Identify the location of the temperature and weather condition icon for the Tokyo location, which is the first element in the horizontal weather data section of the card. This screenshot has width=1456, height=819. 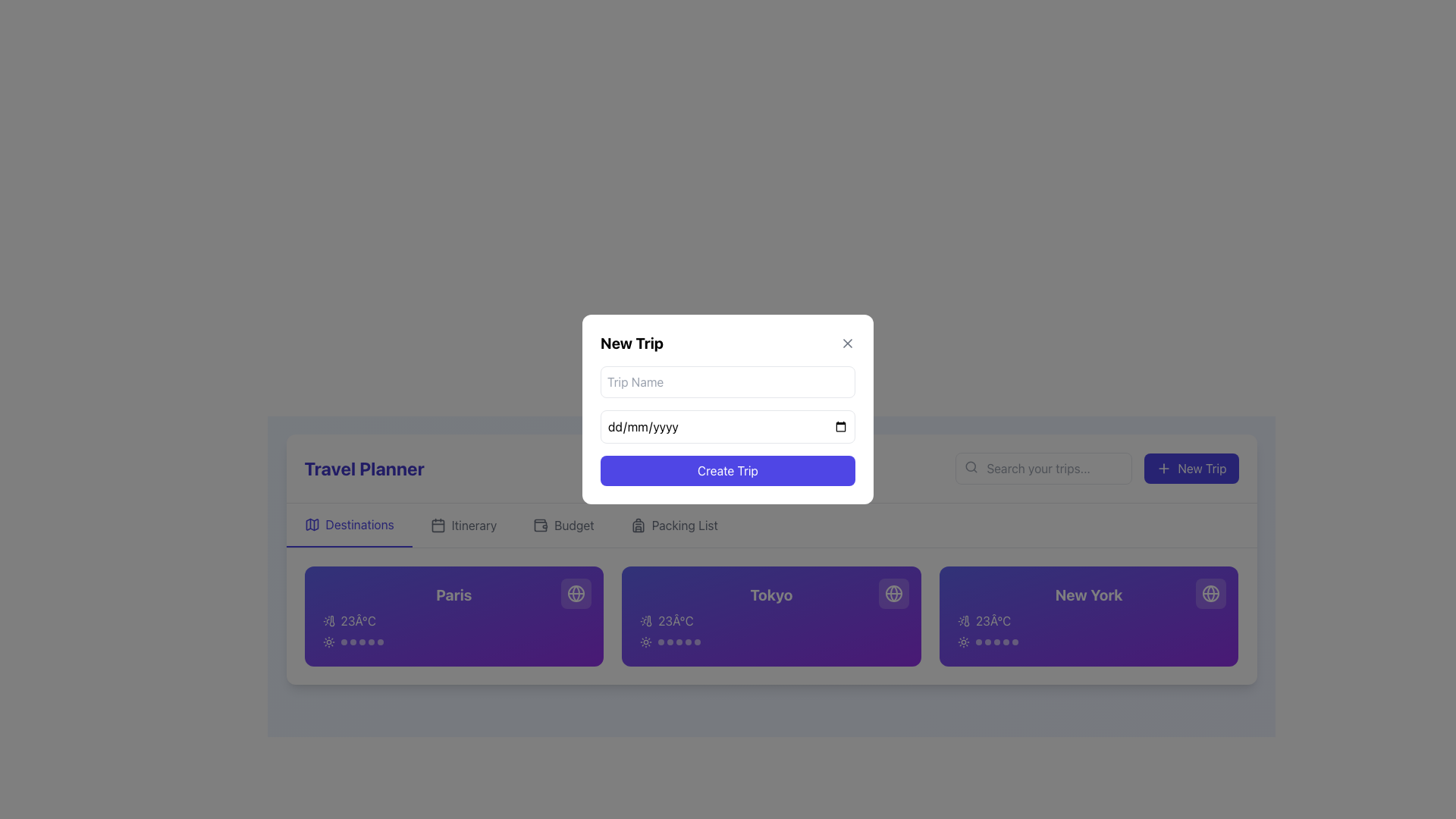
(646, 620).